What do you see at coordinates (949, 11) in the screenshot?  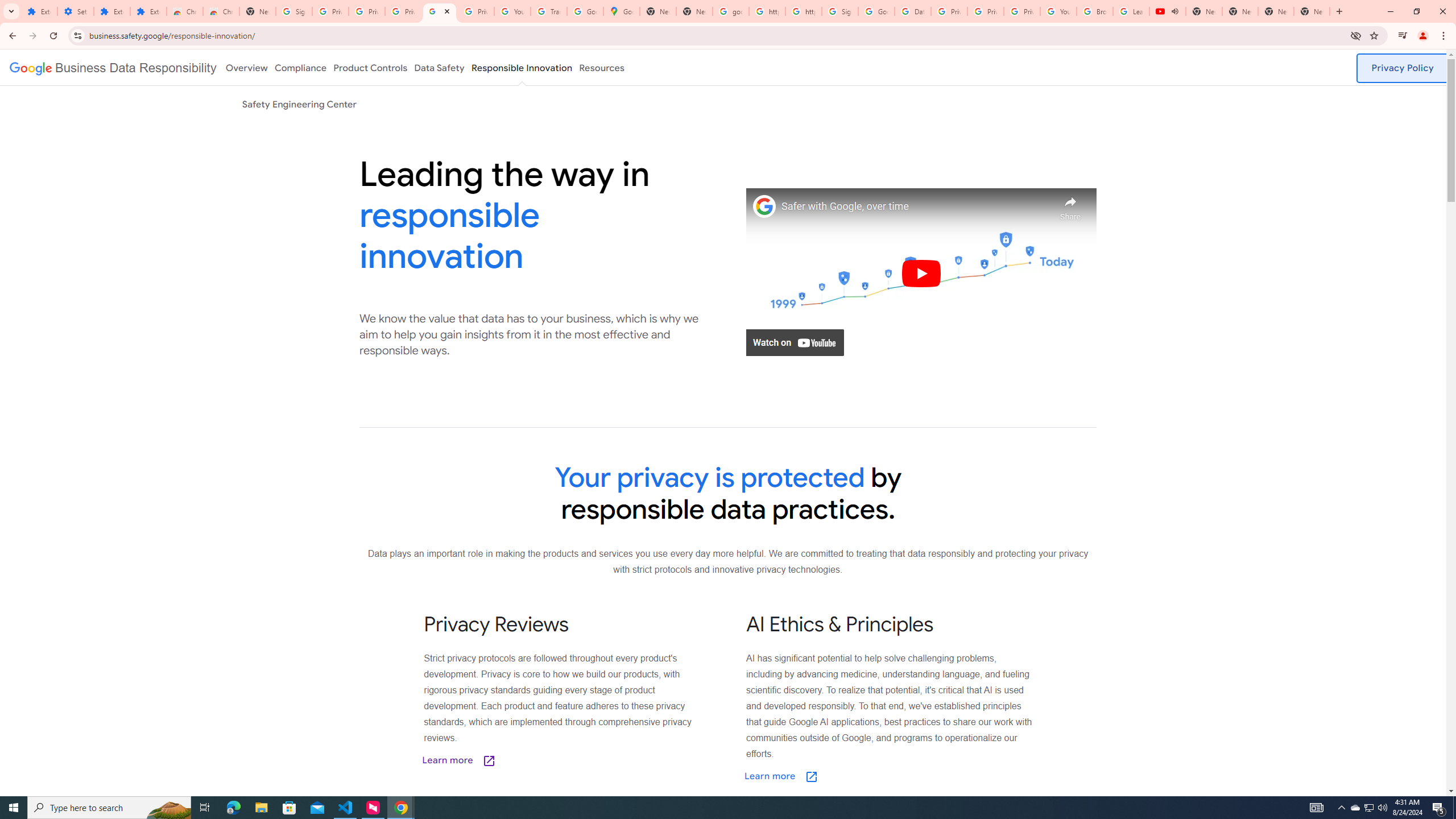 I see `'Privacy Help Center - Policies Help'` at bounding box center [949, 11].